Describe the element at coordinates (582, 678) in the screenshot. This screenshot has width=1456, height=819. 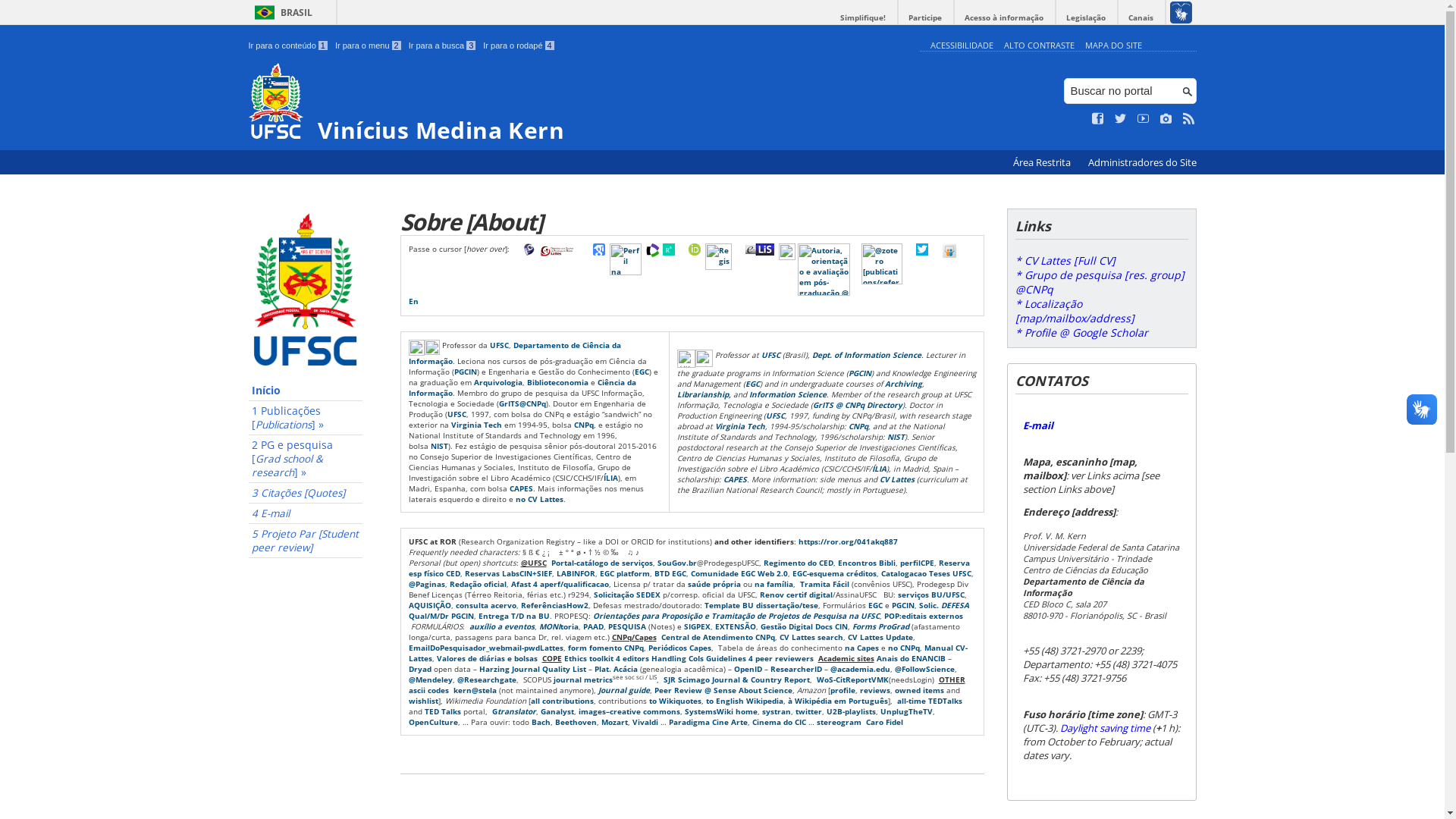
I see `'journal metrics'` at that location.